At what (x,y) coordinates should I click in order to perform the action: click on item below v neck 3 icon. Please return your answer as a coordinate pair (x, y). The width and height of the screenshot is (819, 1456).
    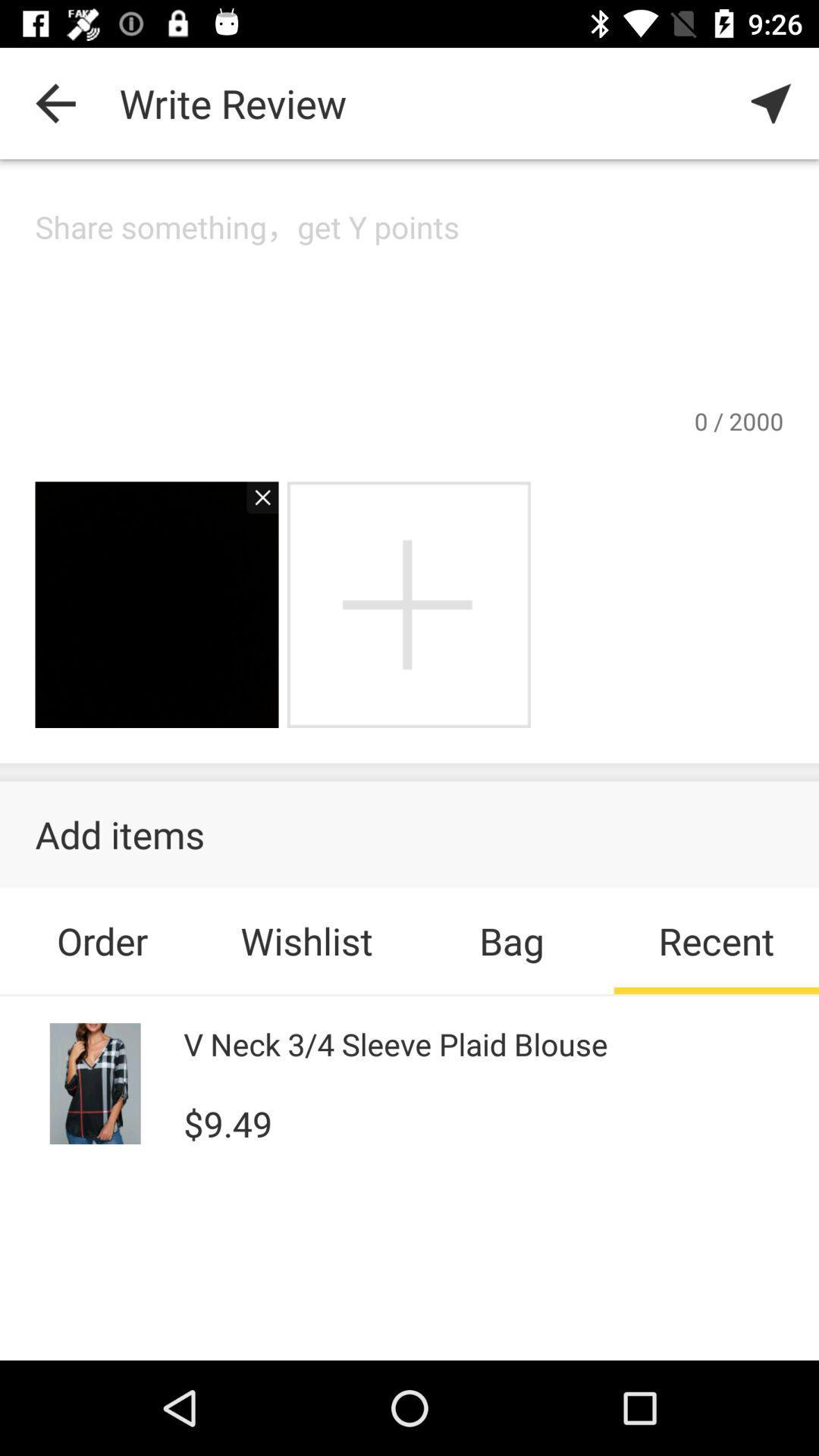
    Looking at the image, I should click on (227, 1122).